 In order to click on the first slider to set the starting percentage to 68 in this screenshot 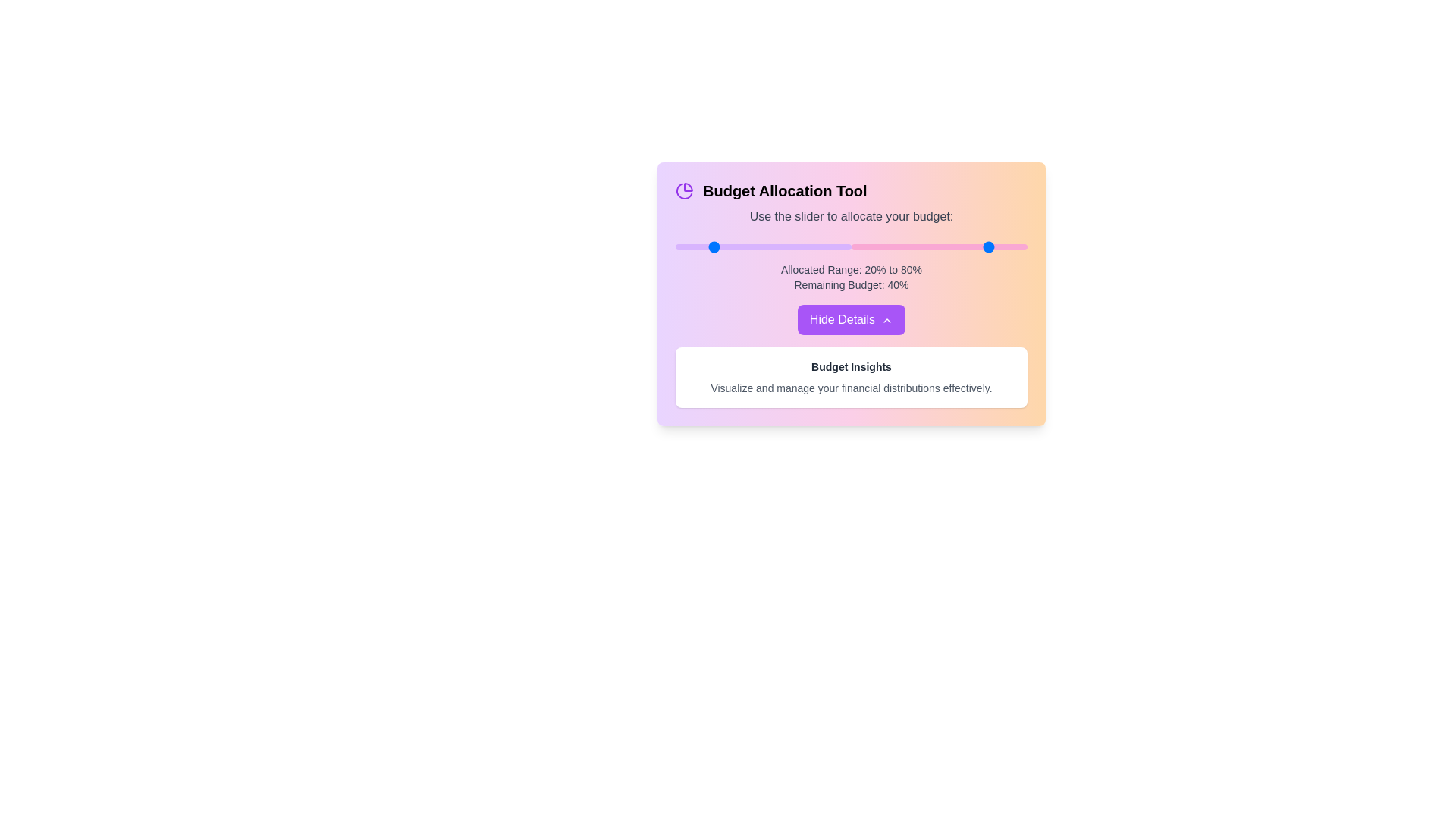, I will do `click(794, 246)`.